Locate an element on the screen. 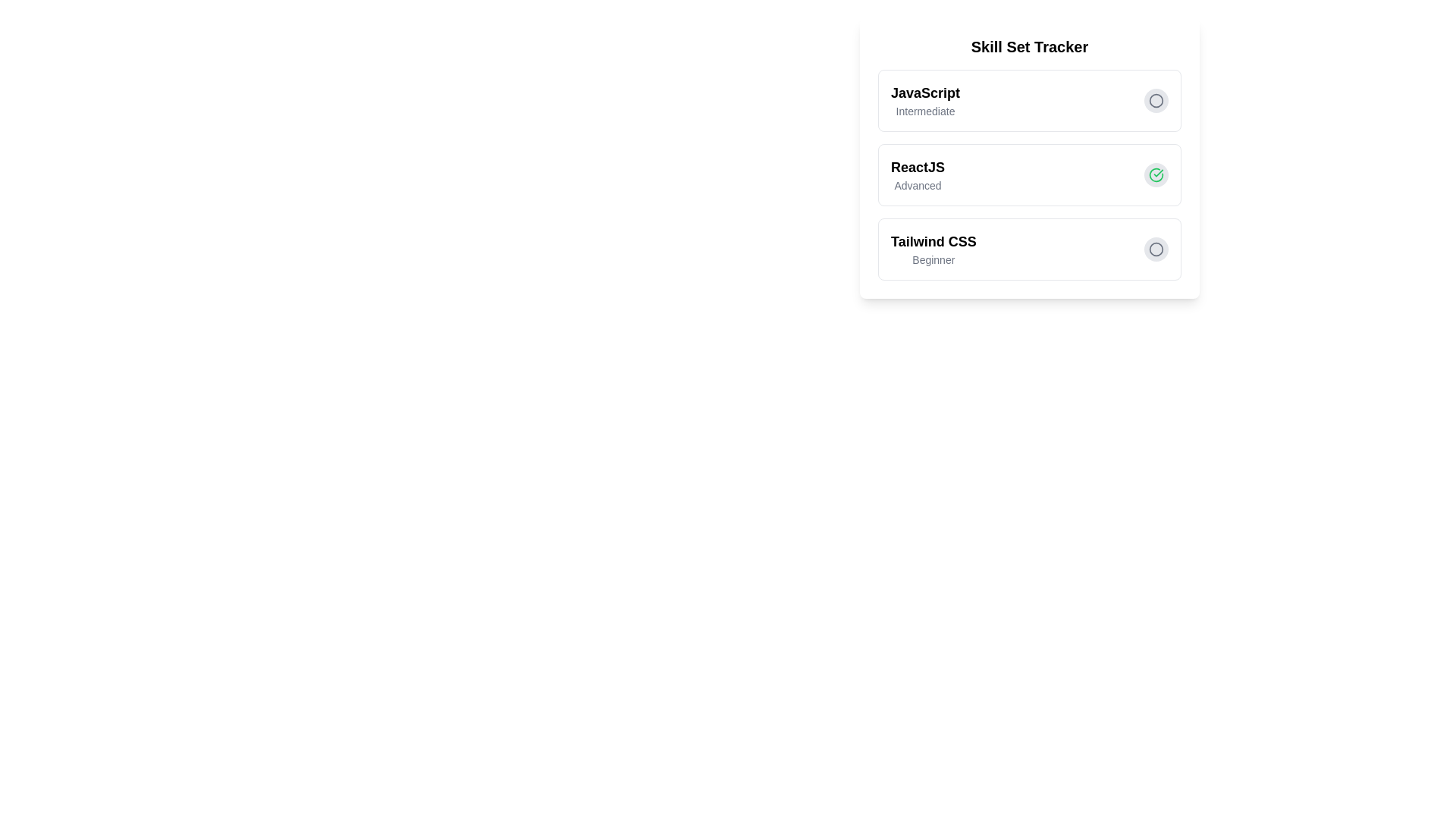 Image resolution: width=1456 pixels, height=819 pixels. the empty circle icon with a thin gray border, located at the right end of the 'Tailwind CSS' row in the 'Skill Set Tracker' interface is located at coordinates (1156, 100).